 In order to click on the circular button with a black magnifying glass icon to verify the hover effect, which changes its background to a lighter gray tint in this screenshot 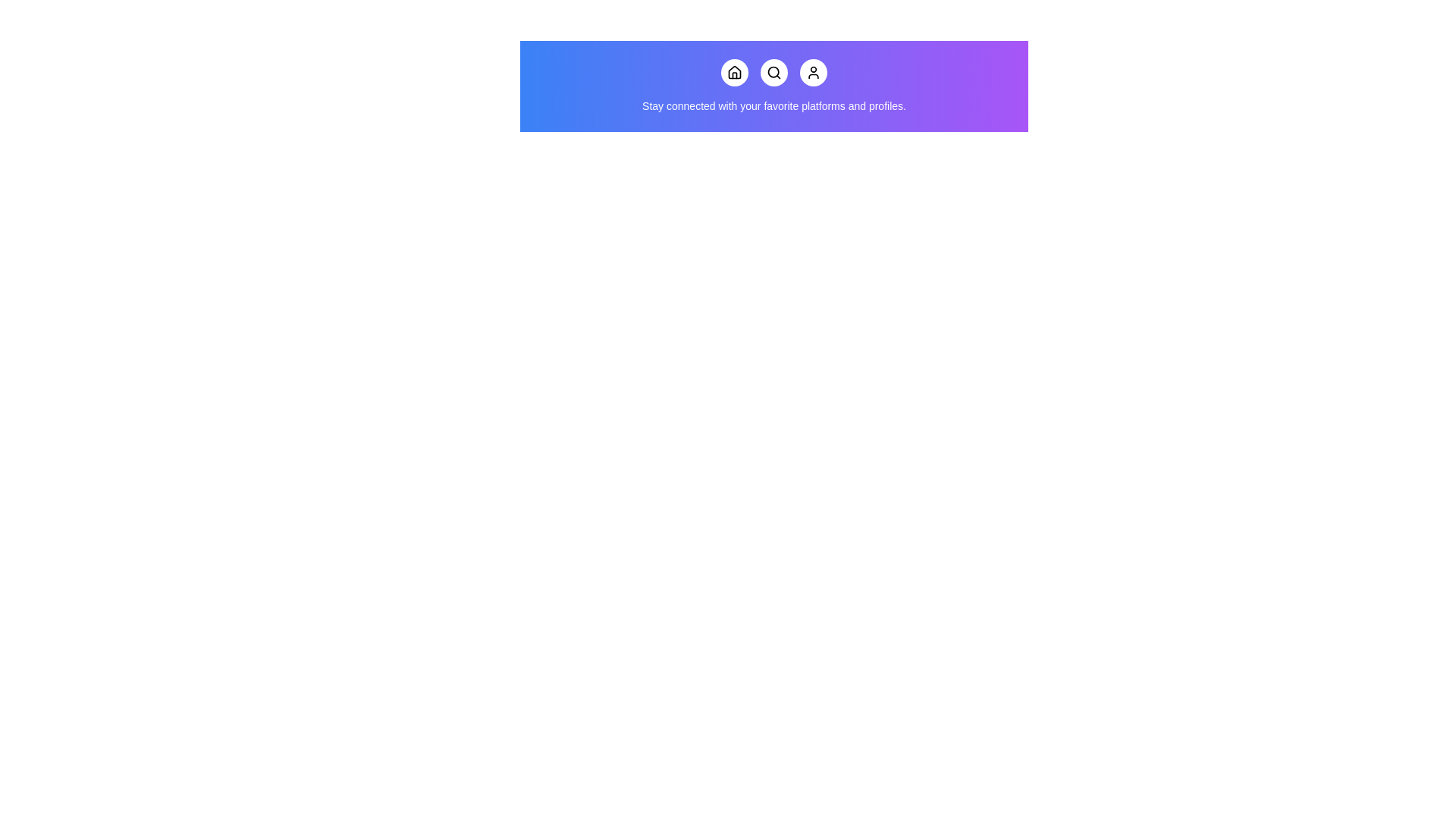, I will do `click(774, 73)`.